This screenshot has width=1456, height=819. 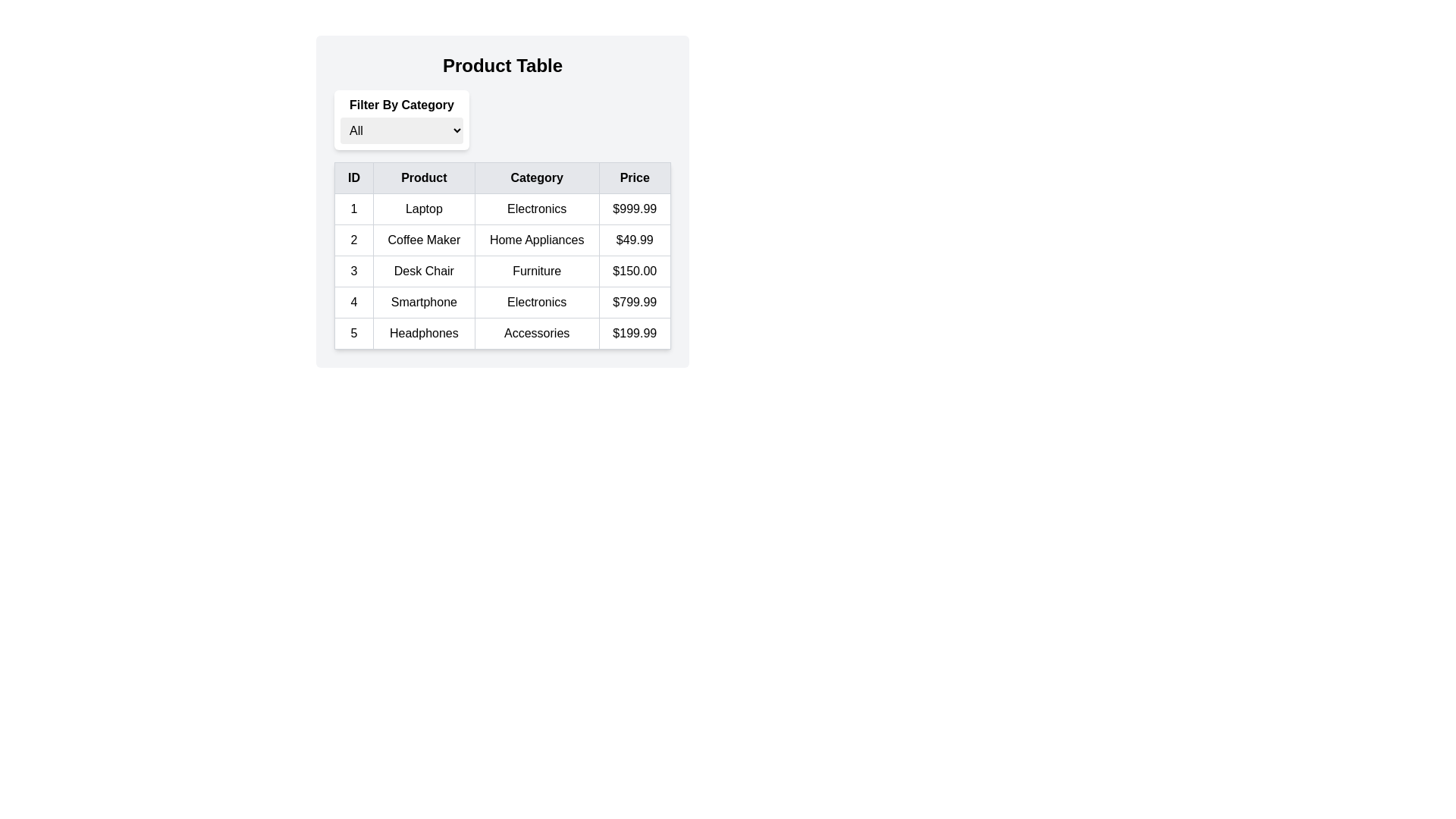 What do you see at coordinates (401, 104) in the screenshot?
I see `the bold text label saying 'Filter By Category', which is positioned above the dropdown menu in the filtering options panel` at bounding box center [401, 104].